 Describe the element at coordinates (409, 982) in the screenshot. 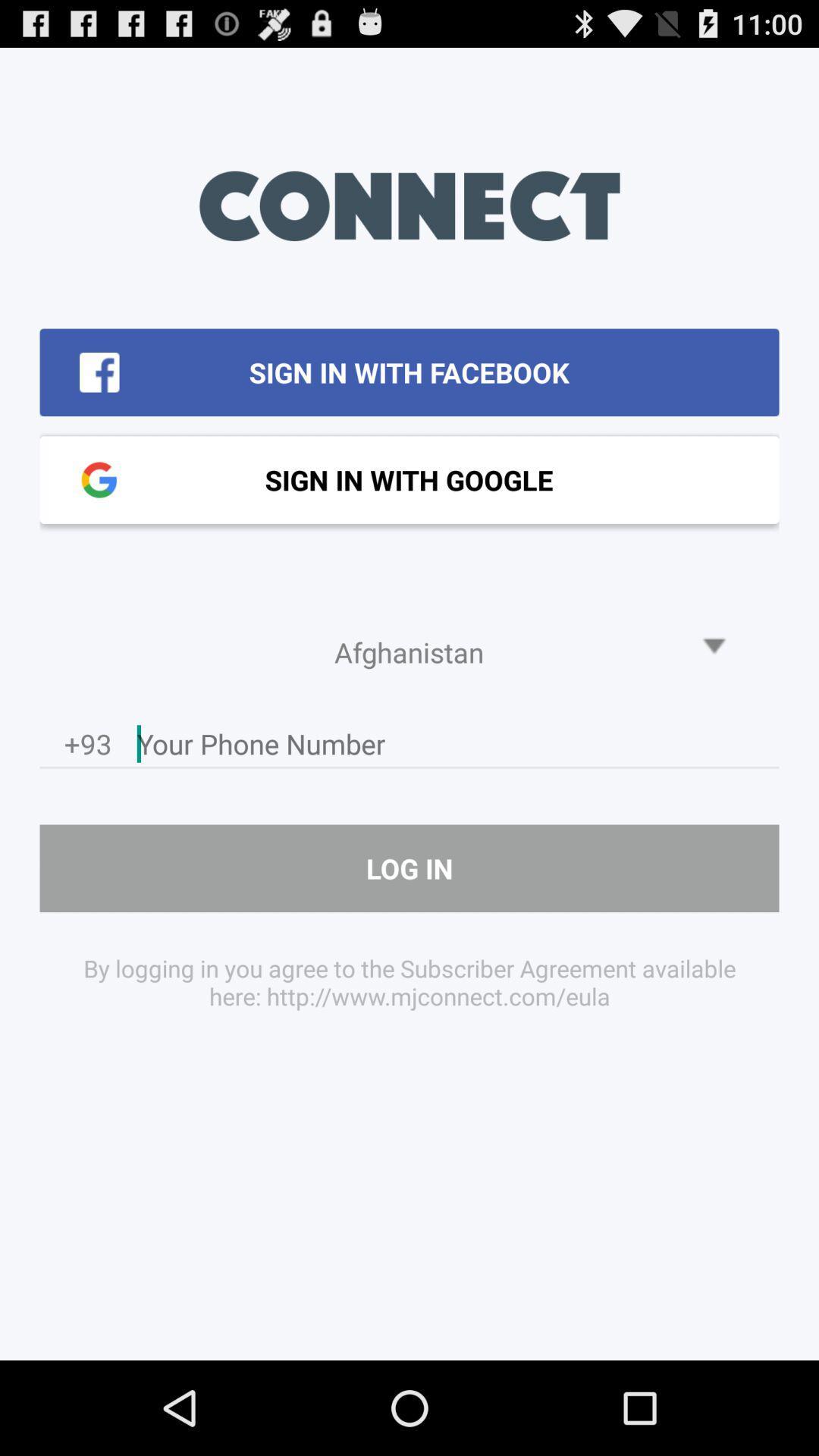

I see `the by logging in at the bottom` at that location.